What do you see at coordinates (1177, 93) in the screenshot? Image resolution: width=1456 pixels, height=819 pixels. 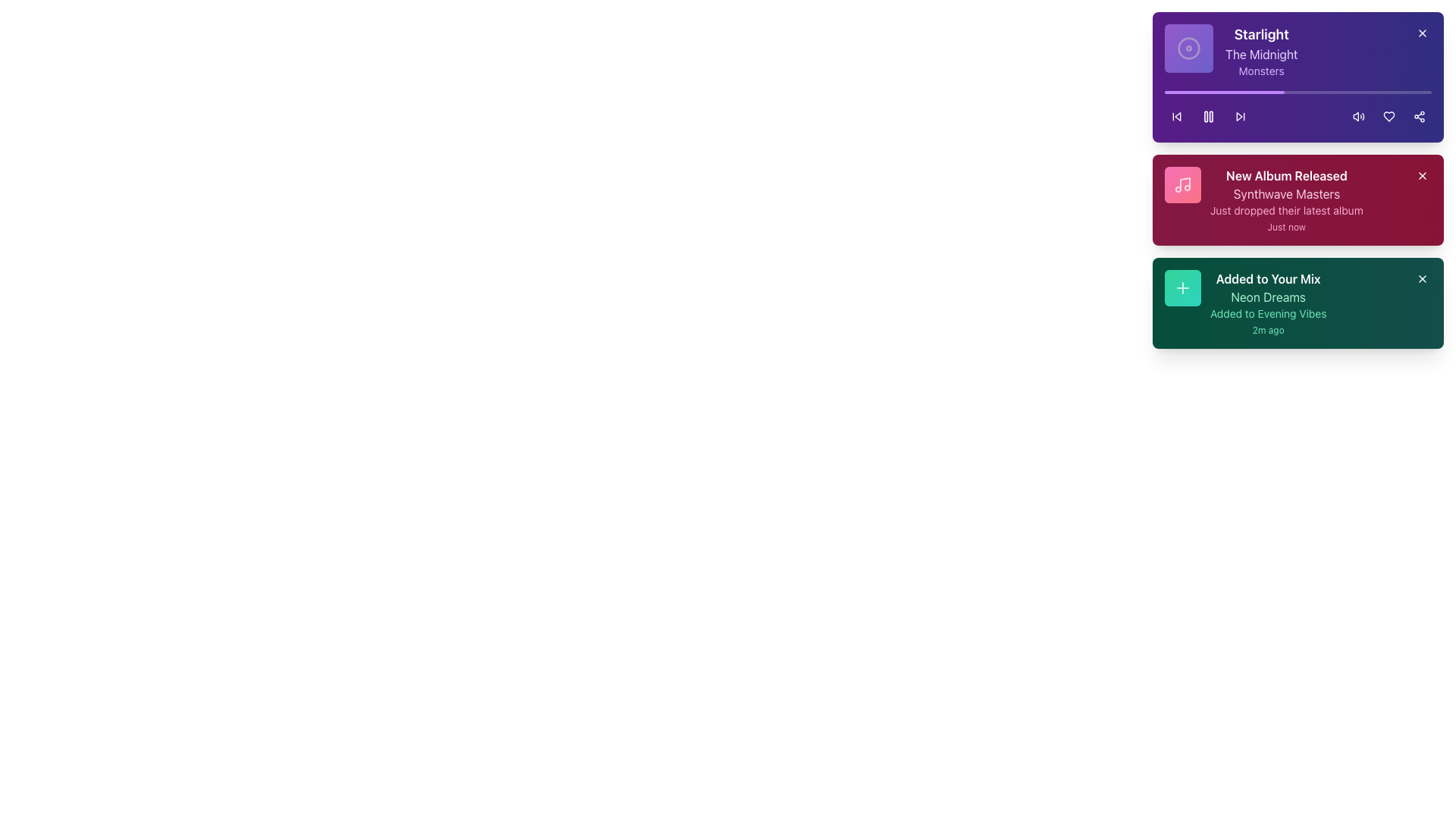 I see `the progress bar` at bounding box center [1177, 93].